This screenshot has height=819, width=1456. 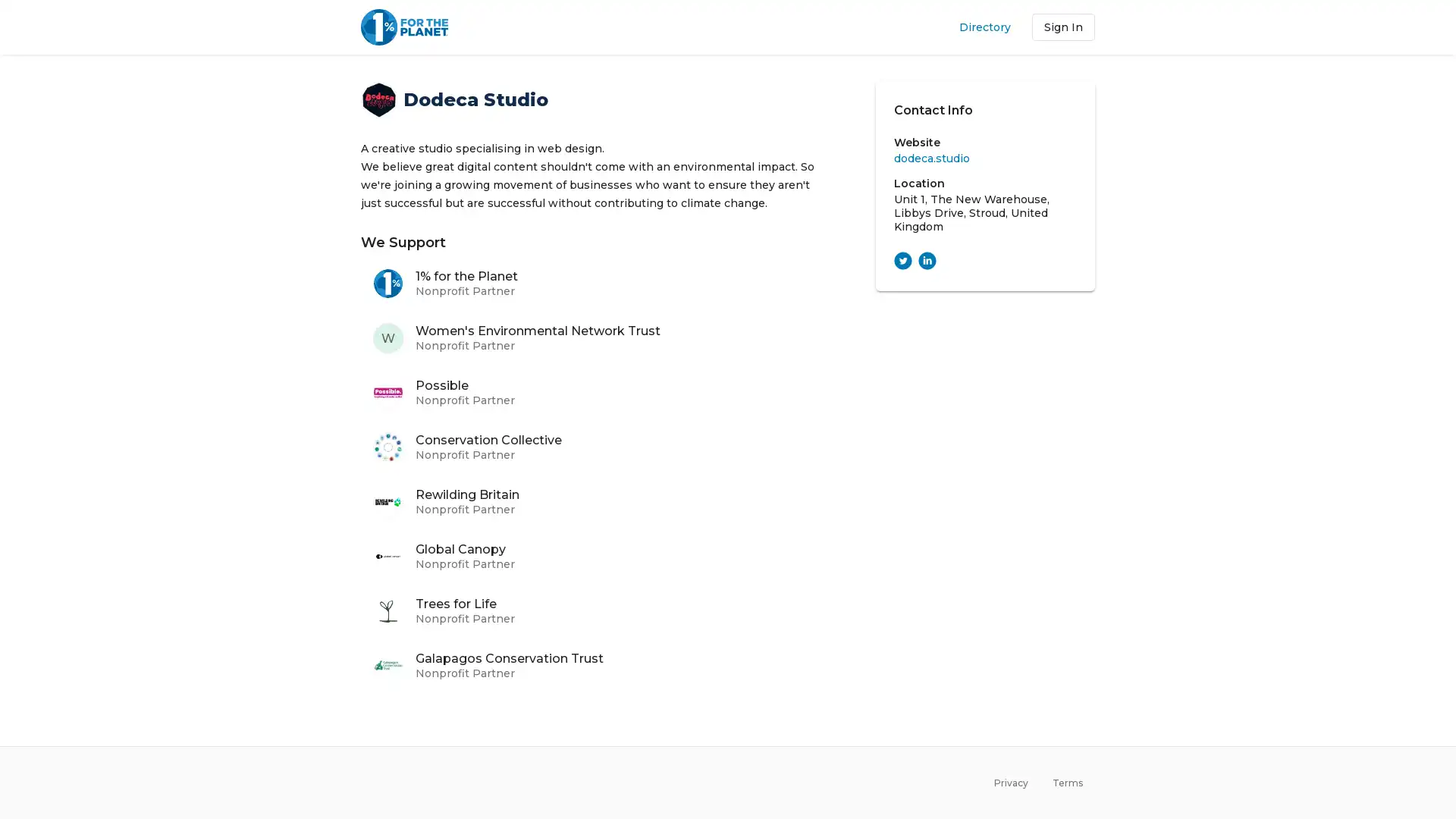 What do you see at coordinates (1062, 27) in the screenshot?
I see `Sign In` at bounding box center [1062, 27].